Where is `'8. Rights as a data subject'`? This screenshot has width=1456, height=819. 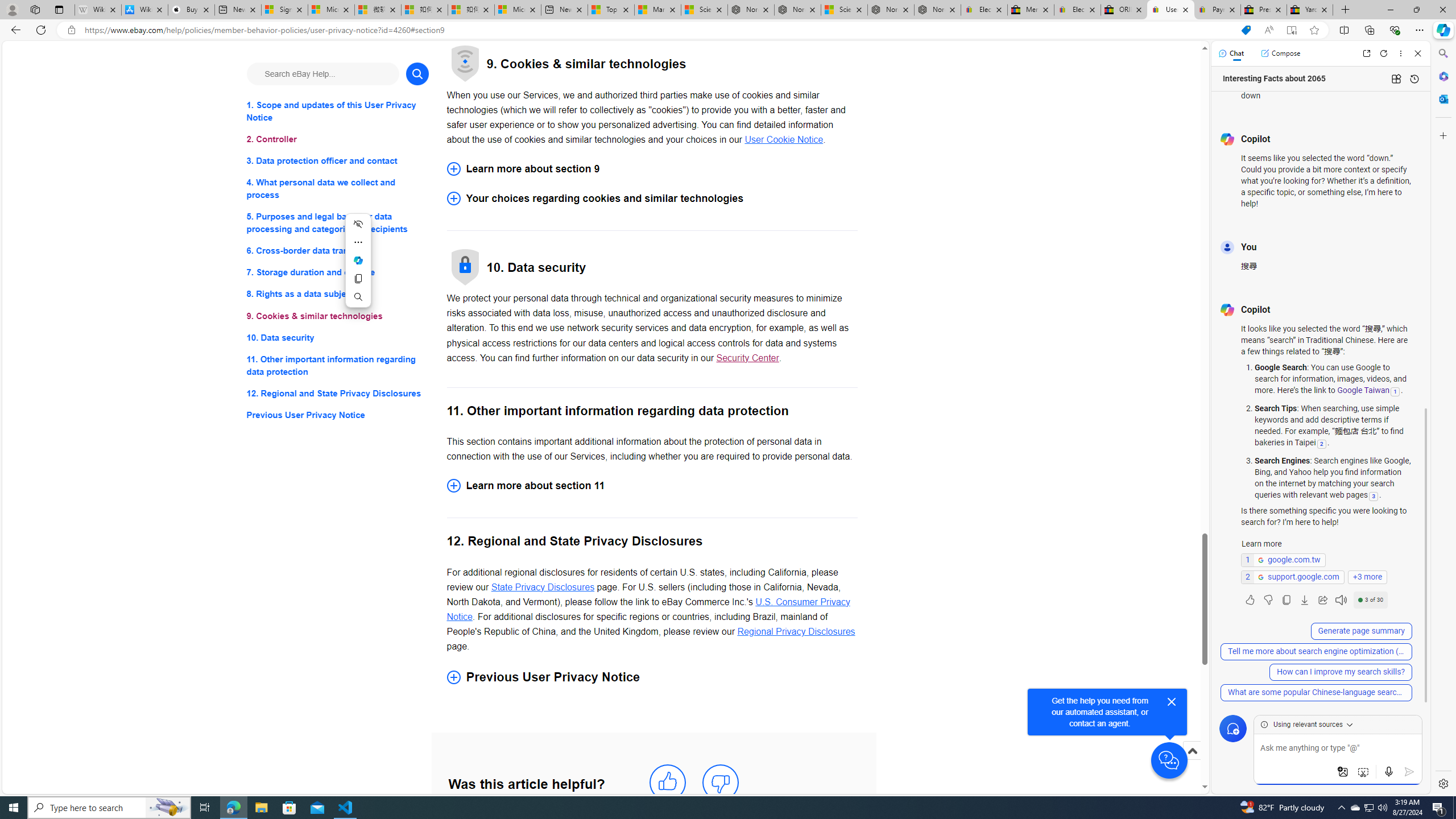 '8. Rights as a data subject' is located at coordinates (337, 293).